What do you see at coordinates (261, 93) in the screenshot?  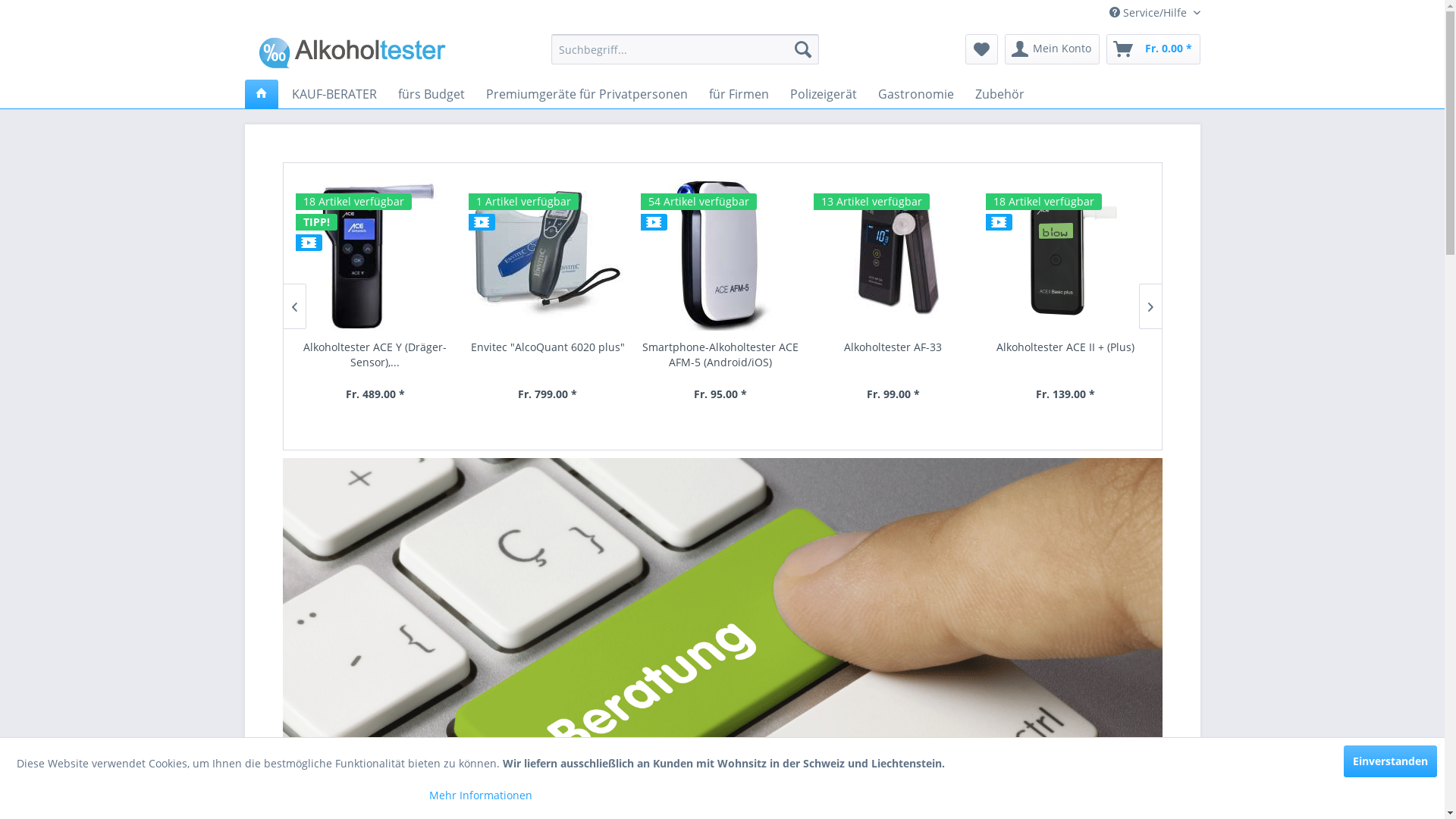 I see `'Home'` at bounding box center [261, 93].